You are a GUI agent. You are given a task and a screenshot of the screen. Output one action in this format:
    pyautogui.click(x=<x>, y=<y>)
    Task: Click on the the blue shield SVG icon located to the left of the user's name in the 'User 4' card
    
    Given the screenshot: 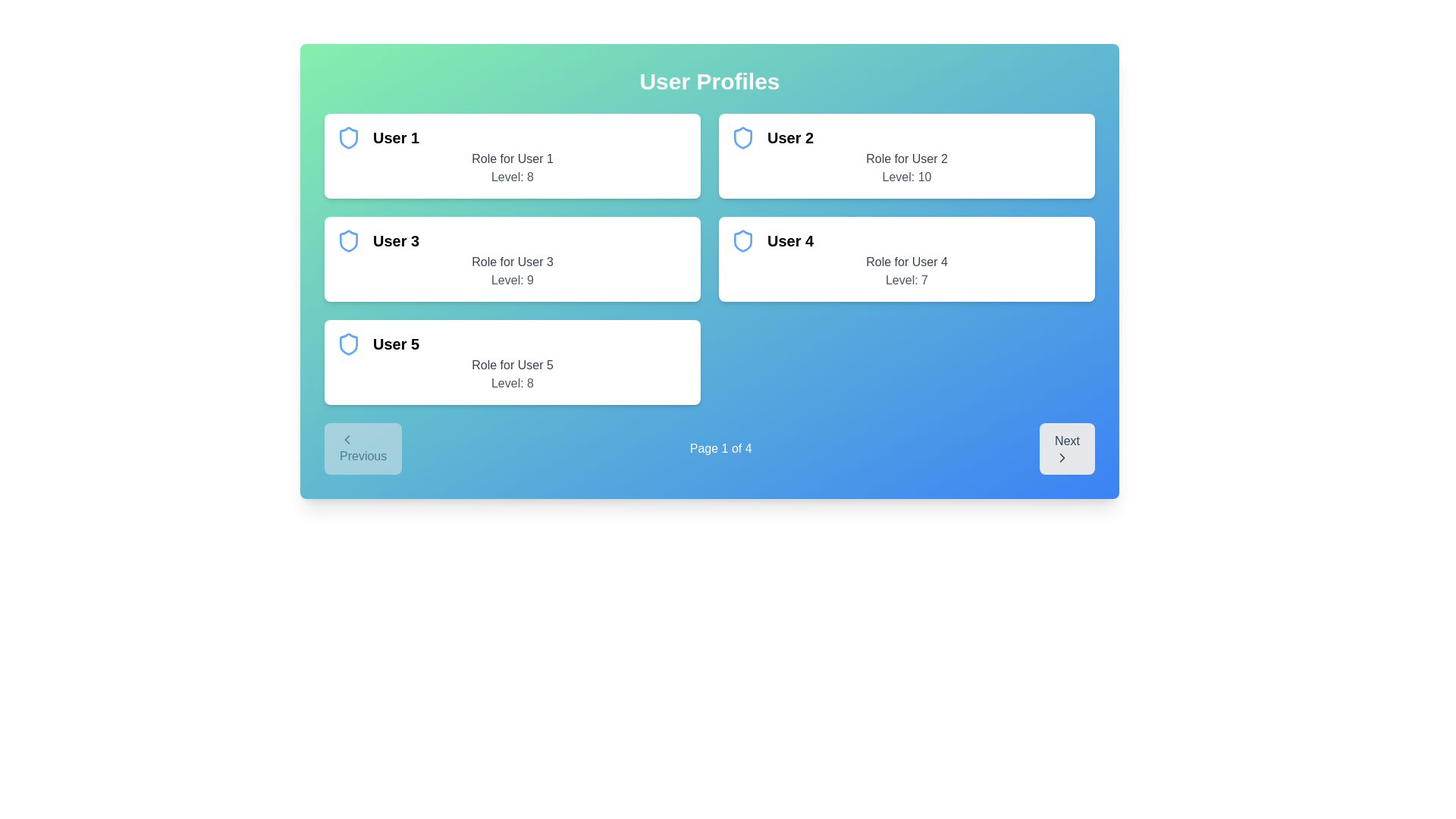 What is the action you would take?
    pyautogui.click(x=742, y=240)
    